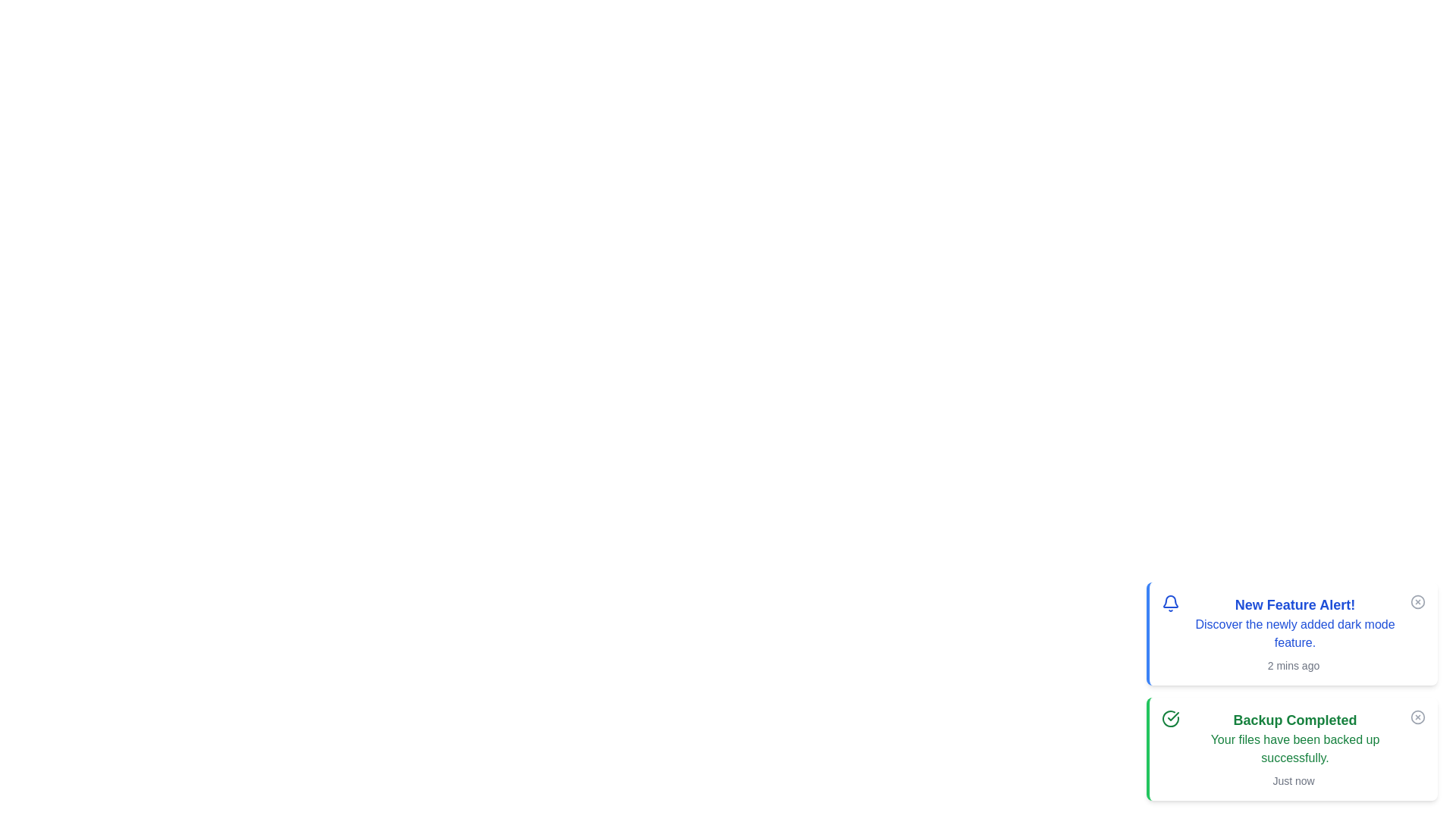 Image resolution: width=1456 pixels, height=819 pixels. I want to click on the alert to read its content, so click(1291, 634).